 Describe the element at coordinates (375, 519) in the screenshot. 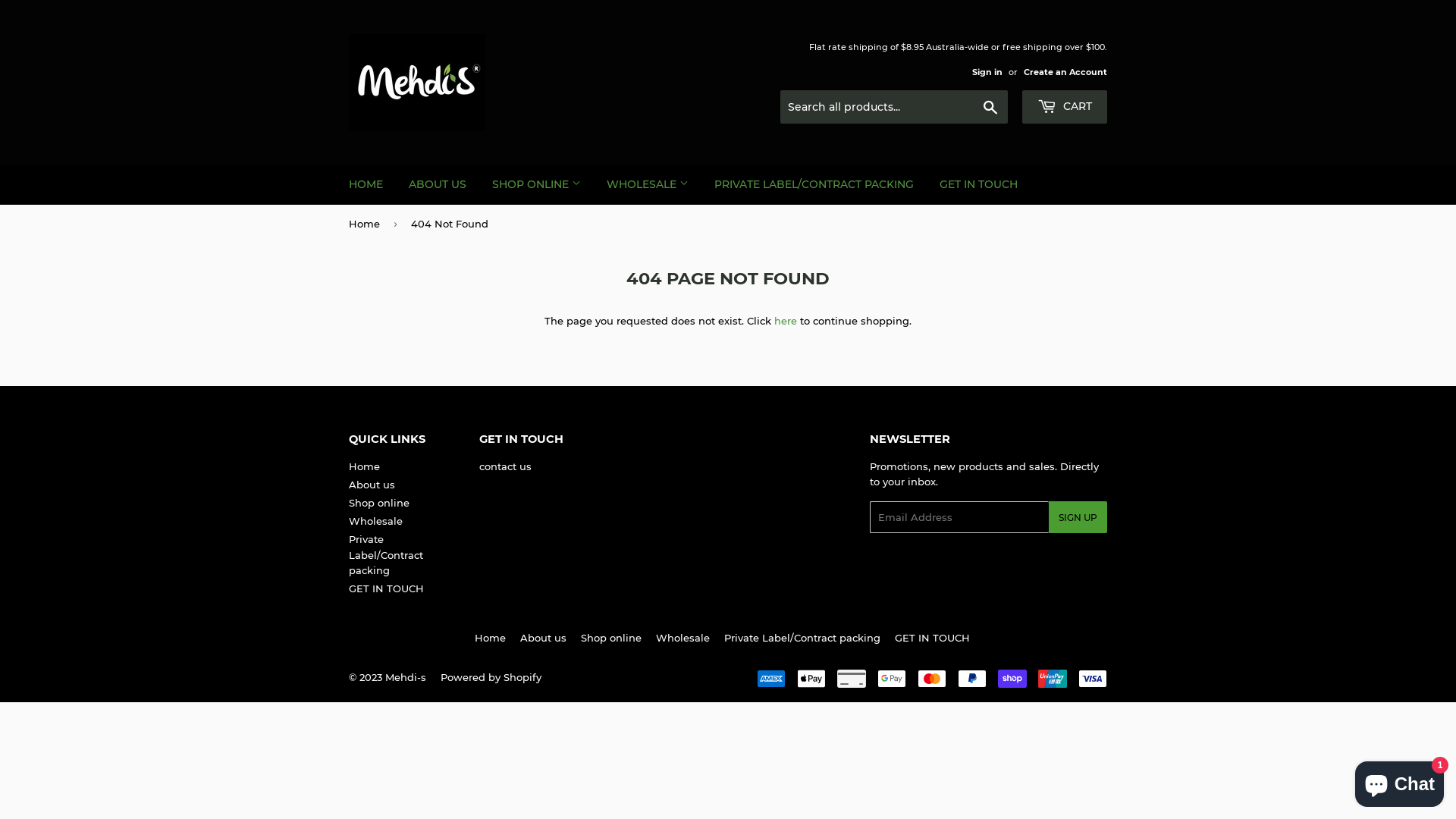

I see `'Wholesale'` at that location.